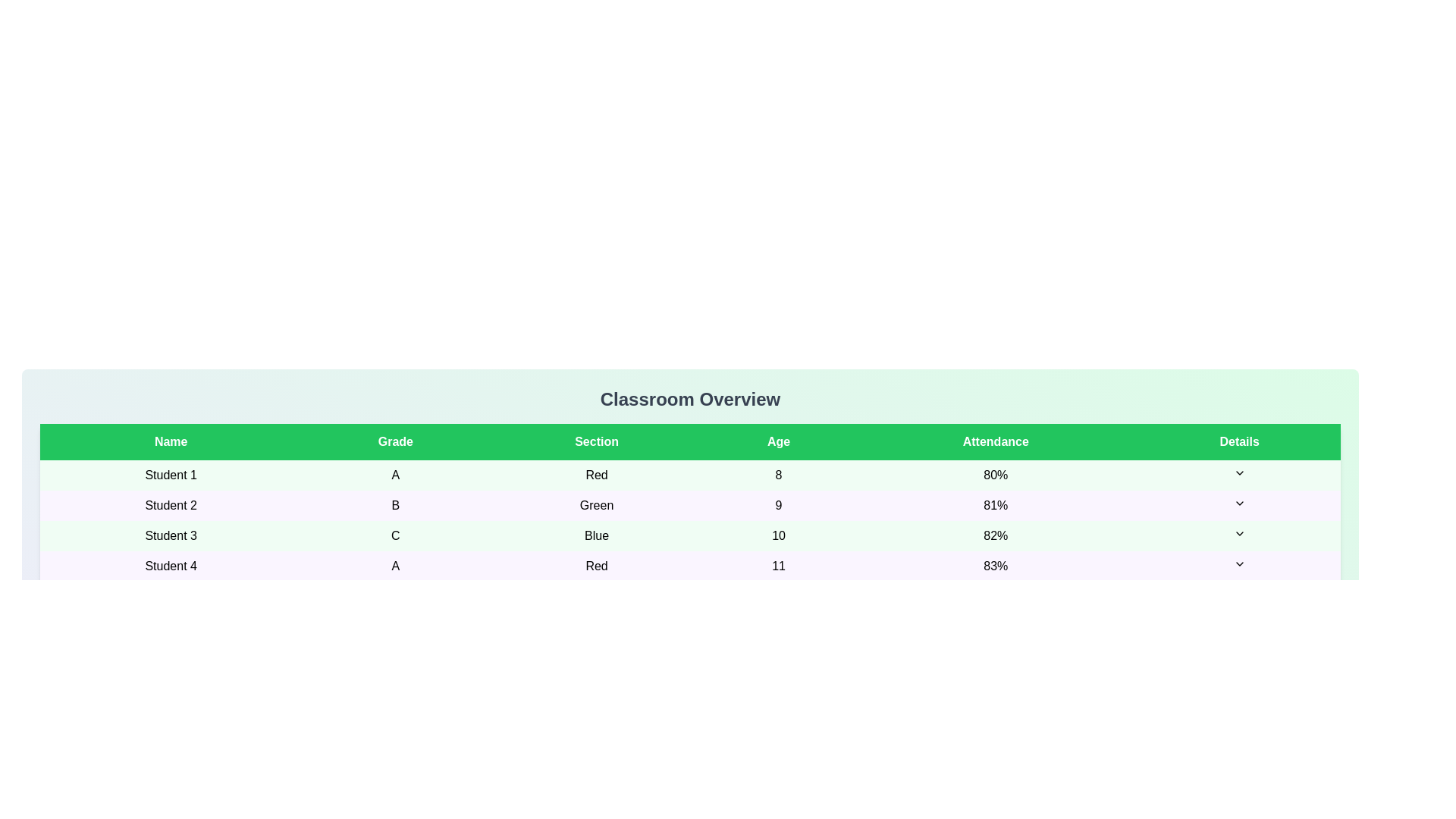 Image resolution: width=1456 pixels, height=819 pixels. What do you see at coordinates (395, 441) in the screenshot?
I see `the header Grade to sort the table by that column` at bounding box center [395, 441].